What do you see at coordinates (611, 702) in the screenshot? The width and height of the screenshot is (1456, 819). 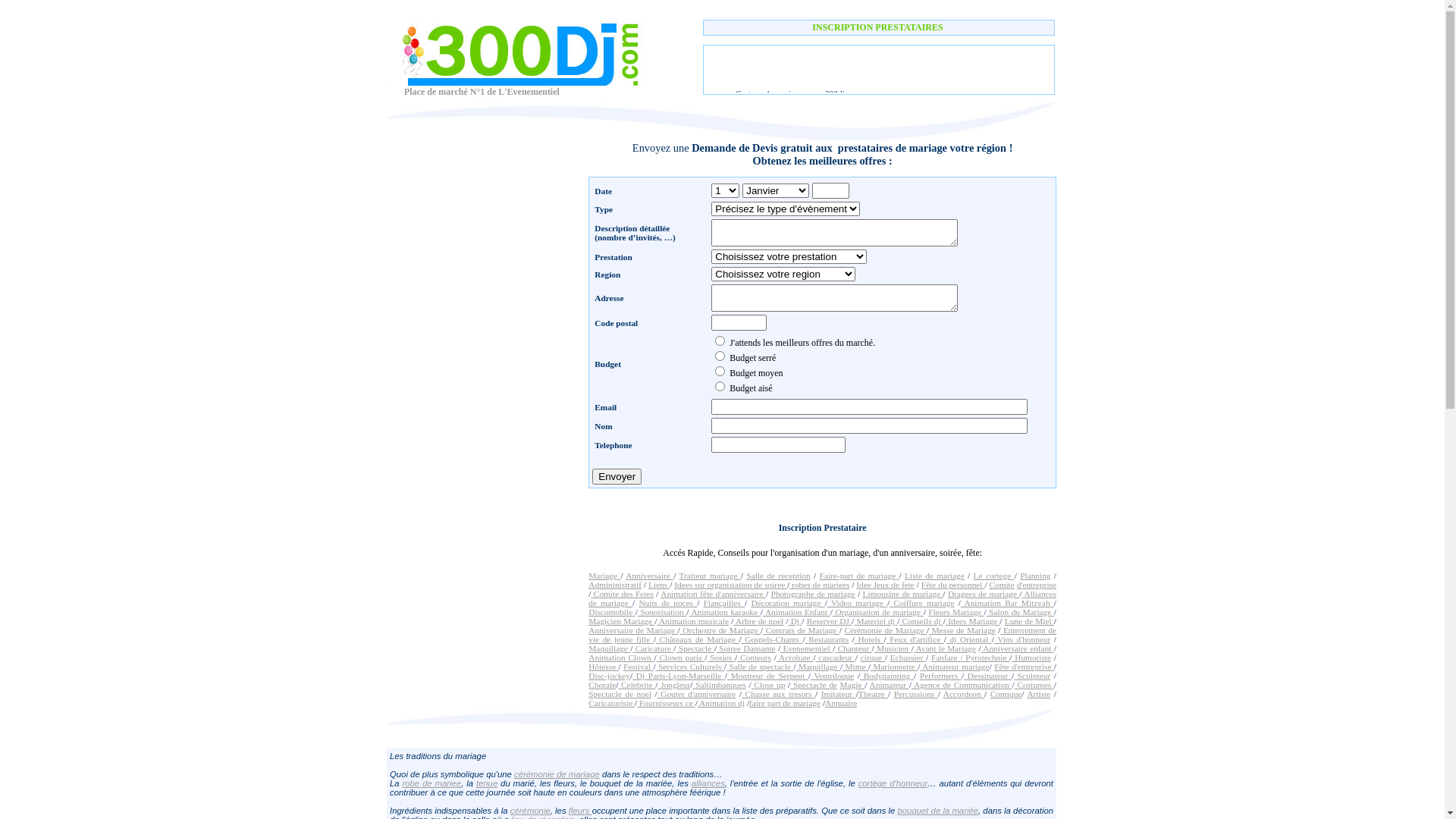 I see `'Caricaturiste'` at bounding box center [611, 702].